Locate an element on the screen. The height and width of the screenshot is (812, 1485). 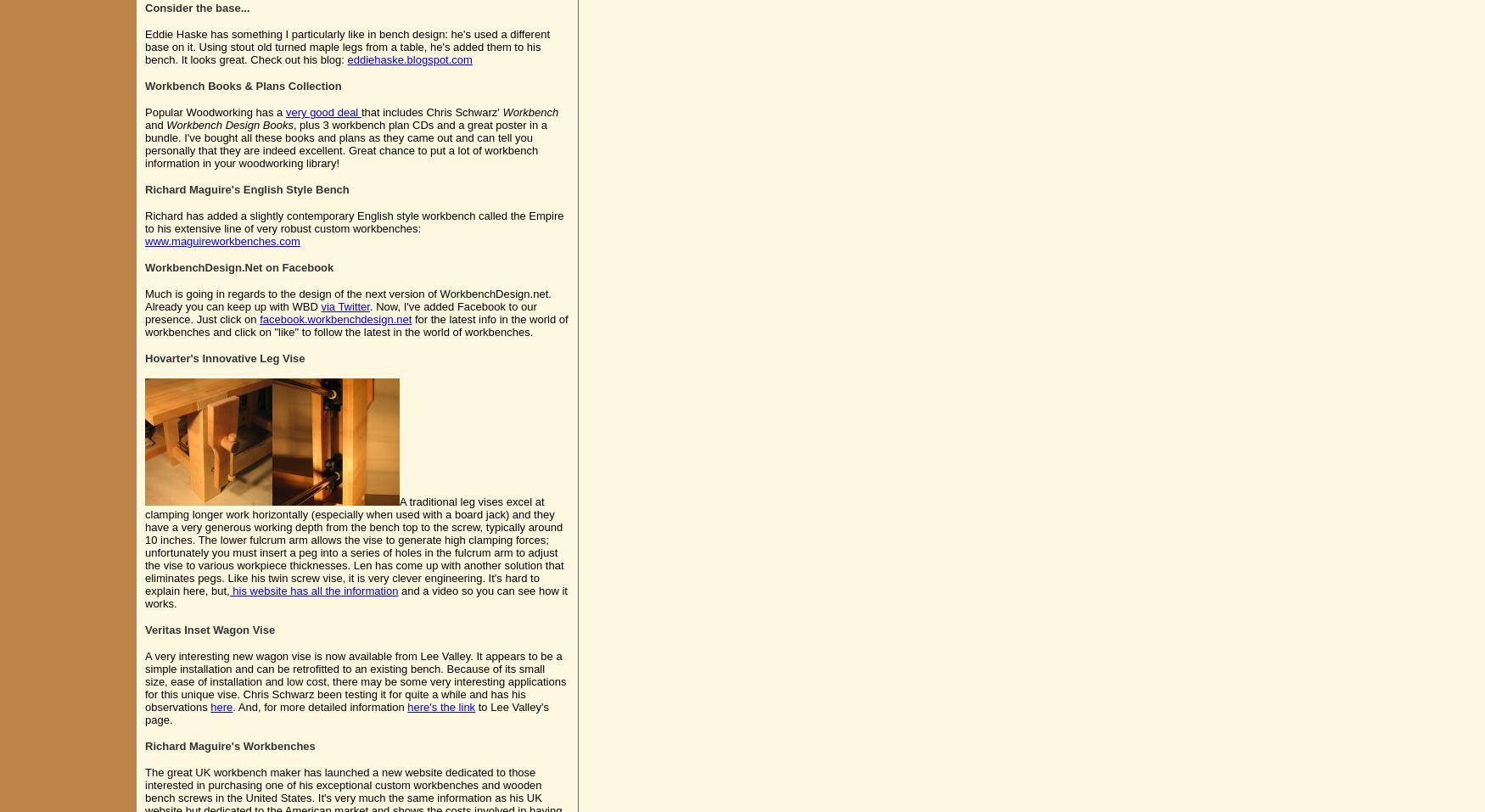
'Consider the base...' is located at coordinates (197, 7).